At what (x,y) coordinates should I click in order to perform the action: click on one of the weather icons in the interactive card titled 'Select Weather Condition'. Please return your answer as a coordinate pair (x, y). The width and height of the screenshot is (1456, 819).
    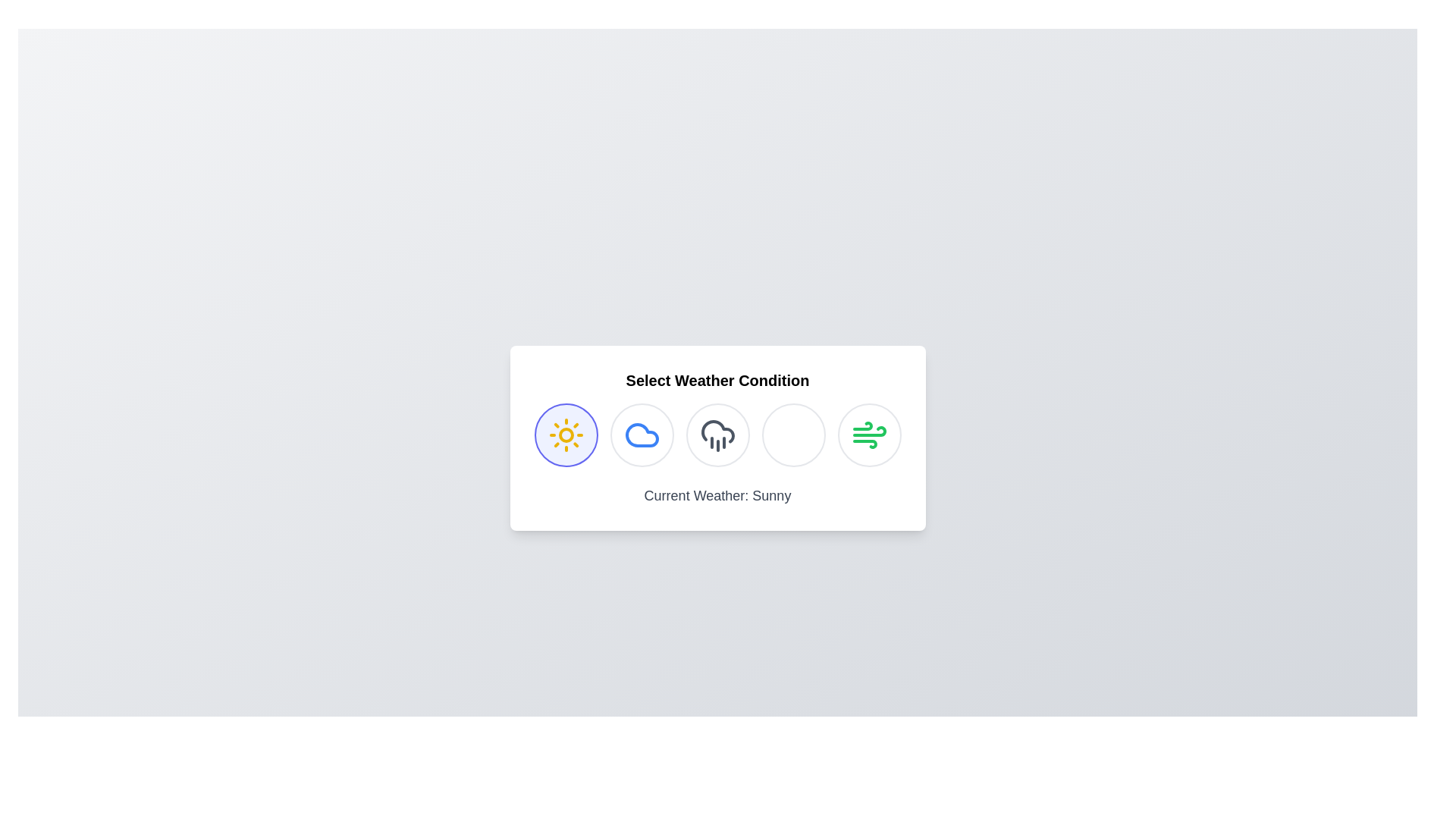
    Looking at the image, I should click on (717, 438).